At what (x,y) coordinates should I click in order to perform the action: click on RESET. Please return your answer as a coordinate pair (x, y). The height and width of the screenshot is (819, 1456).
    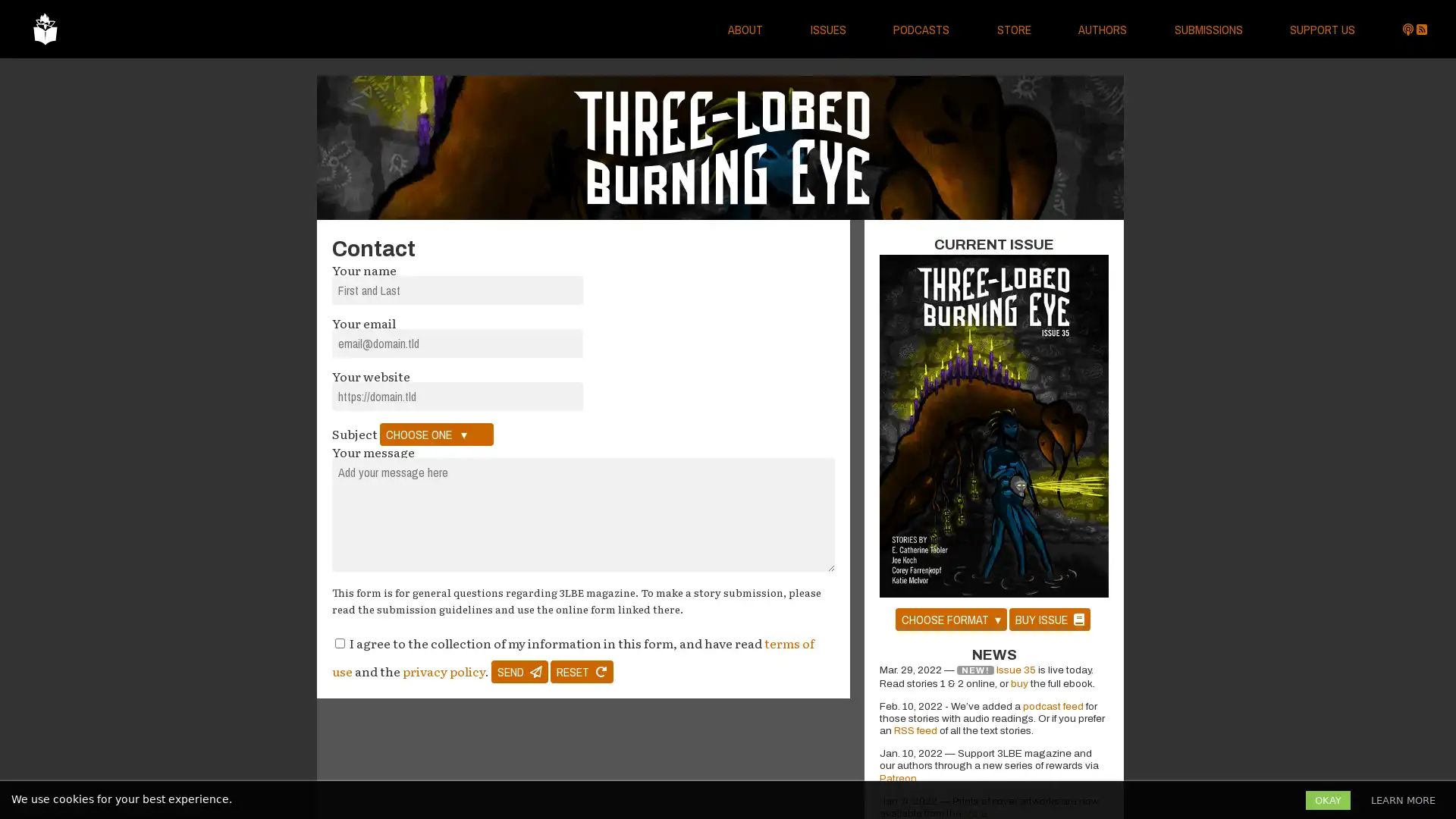
    Looking at the image, I should click on (581, 671).